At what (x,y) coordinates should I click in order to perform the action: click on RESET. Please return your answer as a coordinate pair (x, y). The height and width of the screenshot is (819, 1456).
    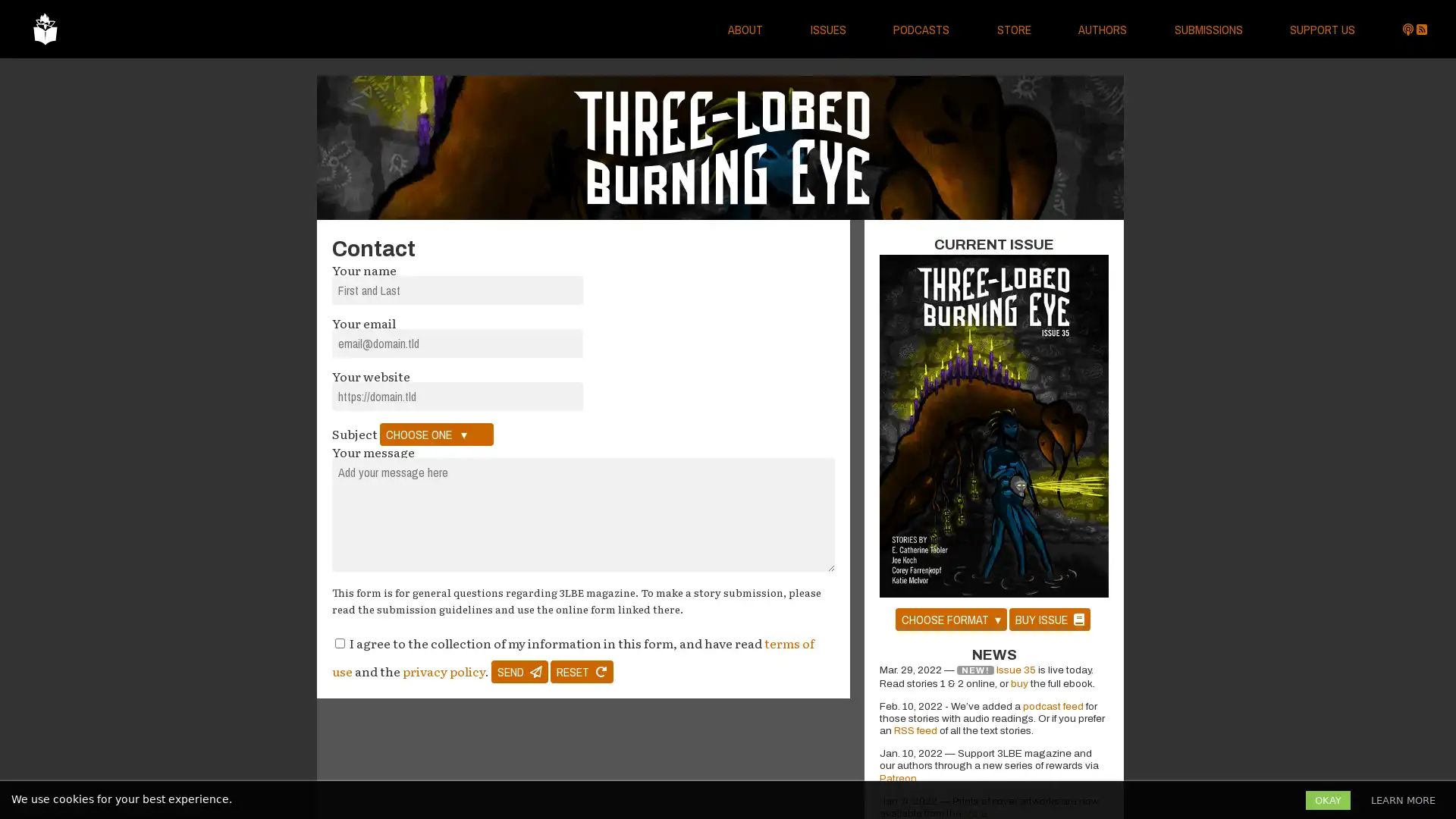
    Looking at the image, I should click on (581, 671).